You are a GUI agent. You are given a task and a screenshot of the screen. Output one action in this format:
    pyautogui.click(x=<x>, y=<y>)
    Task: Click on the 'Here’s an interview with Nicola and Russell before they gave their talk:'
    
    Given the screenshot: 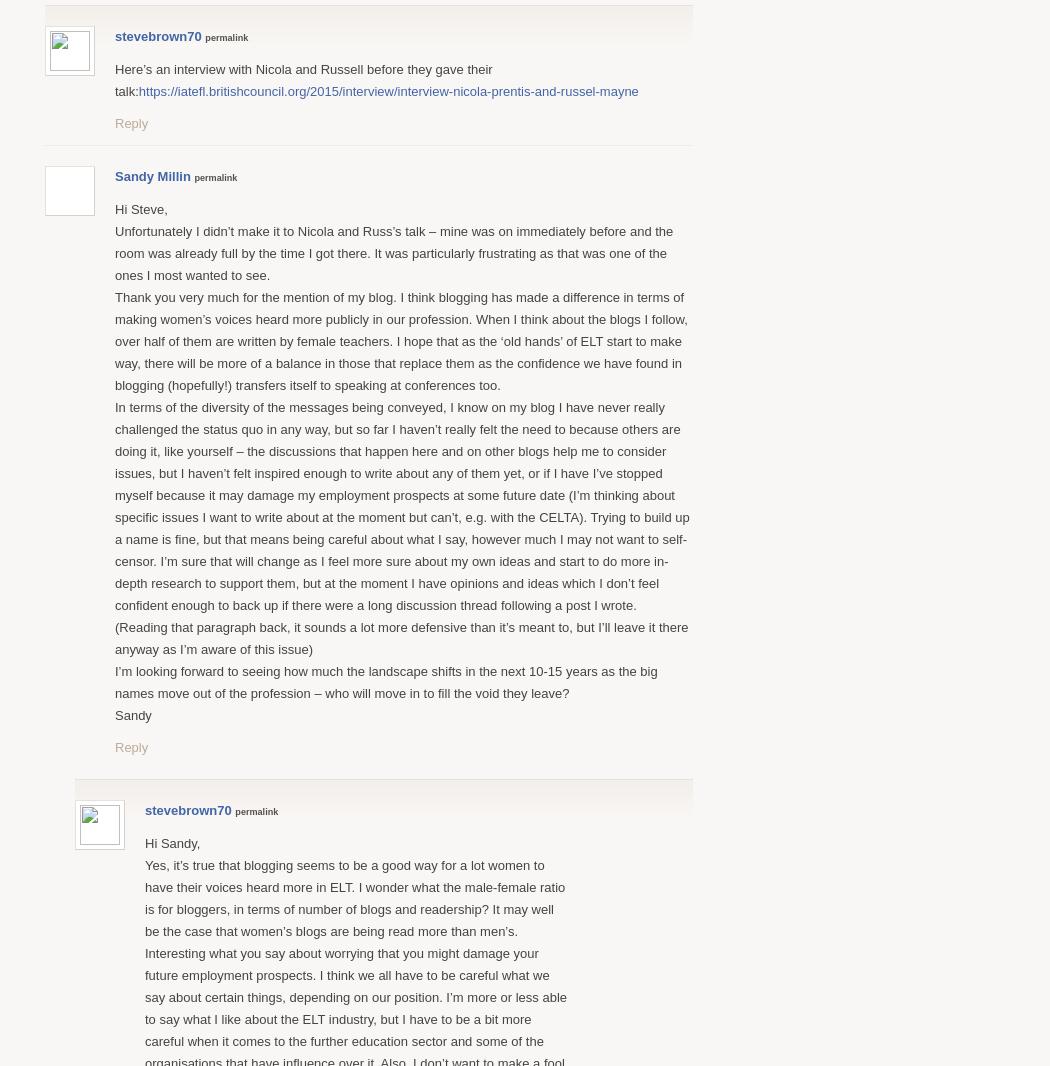 What is the action you would take?
    pyautogui.click(x=113, y=78)
    